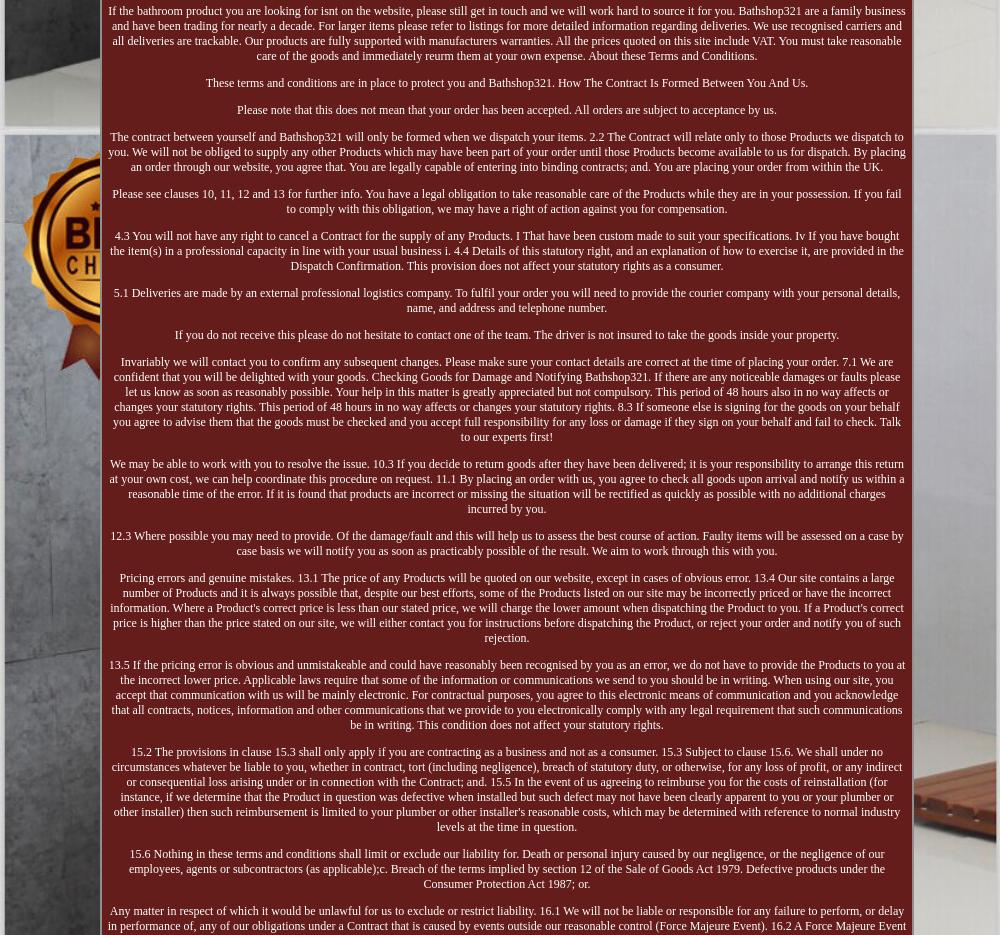 This screenshot has width=1000, height=935. What do you see at coordinates (506, 199) in the screenshot?
I see `'Please see clauses 10, 11, 12 and 13 for further info. You have a legal obligation to take reasonable care of the Products while they are in your possession. If you fail to comply with this obligation, we may have a right of action against you for compensation.'` at bounding box center [506, 199].